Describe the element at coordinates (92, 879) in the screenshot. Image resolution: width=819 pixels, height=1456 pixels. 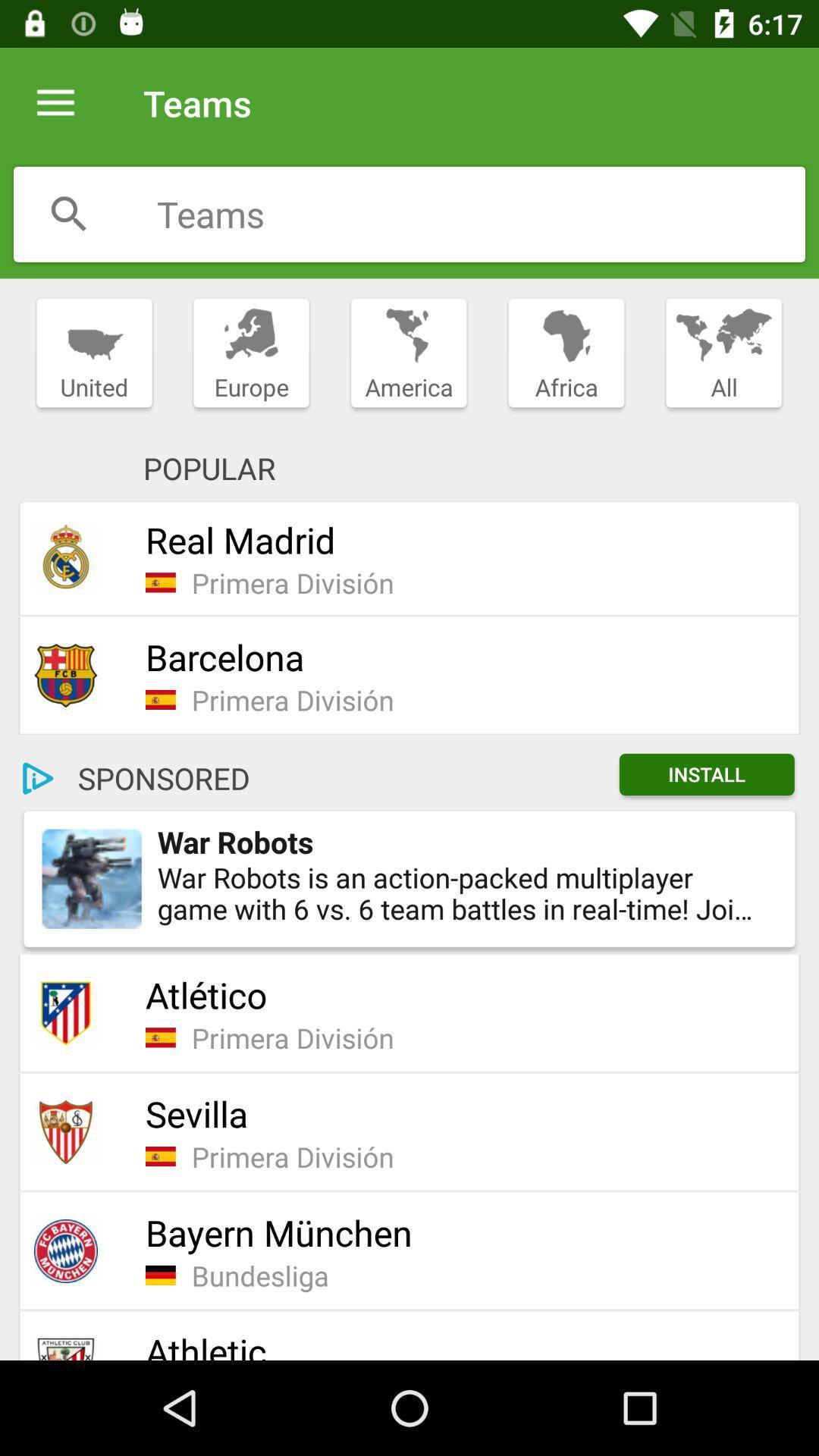
I see `icon to the left of war robots item` at that location.